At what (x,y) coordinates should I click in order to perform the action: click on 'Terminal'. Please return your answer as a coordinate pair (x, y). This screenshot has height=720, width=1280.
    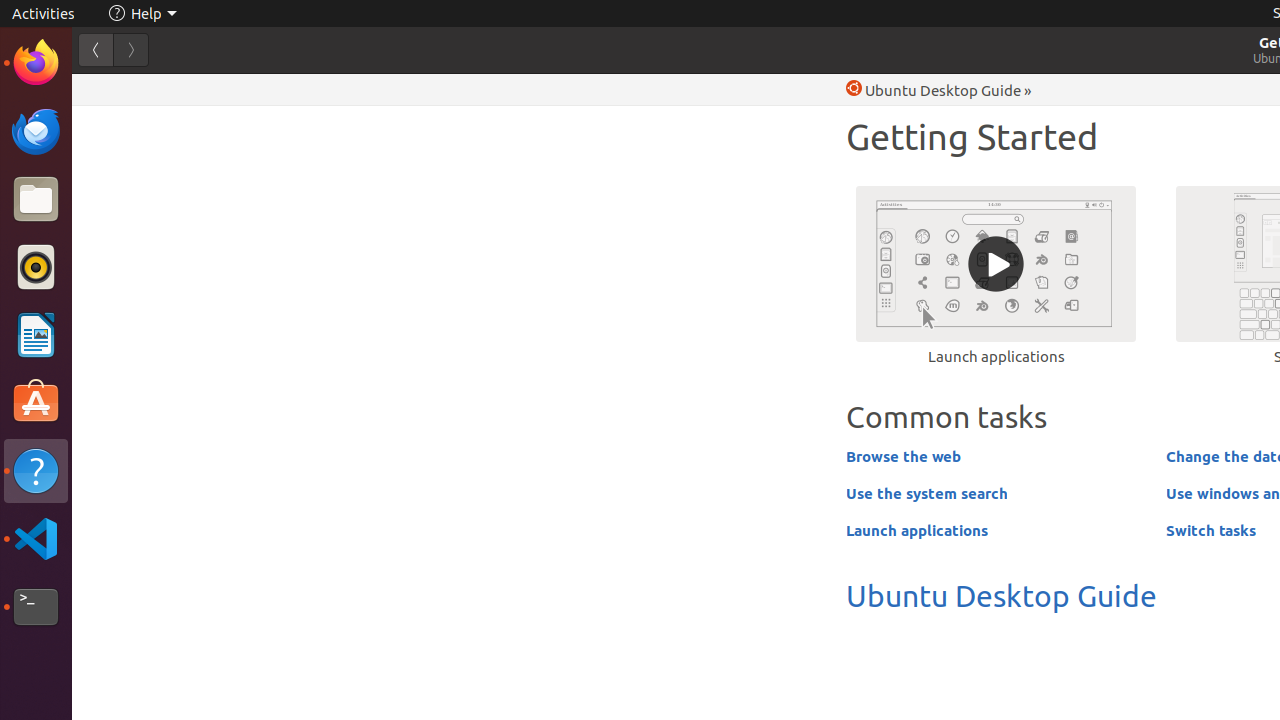
    Looking at the image, I should click on (35, 606).